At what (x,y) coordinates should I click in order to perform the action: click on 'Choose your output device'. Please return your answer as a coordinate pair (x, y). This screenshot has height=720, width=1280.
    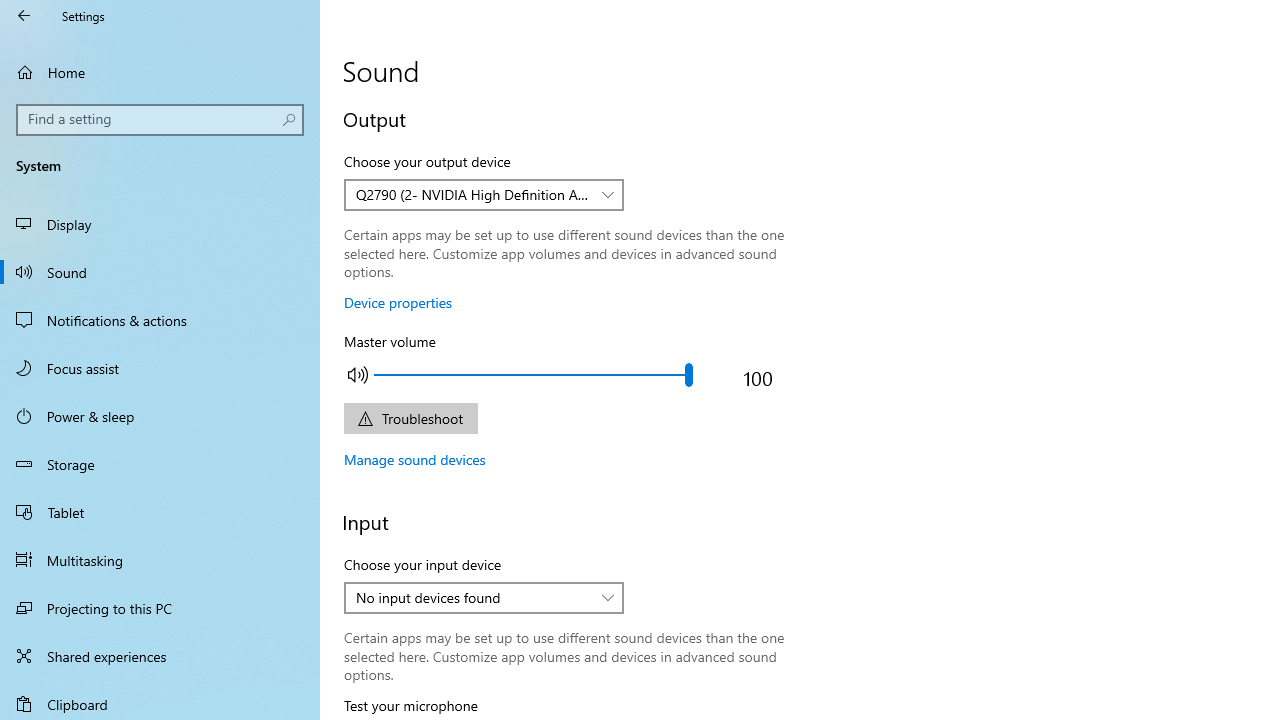
    Looking at the image, I should click on (484, 195).